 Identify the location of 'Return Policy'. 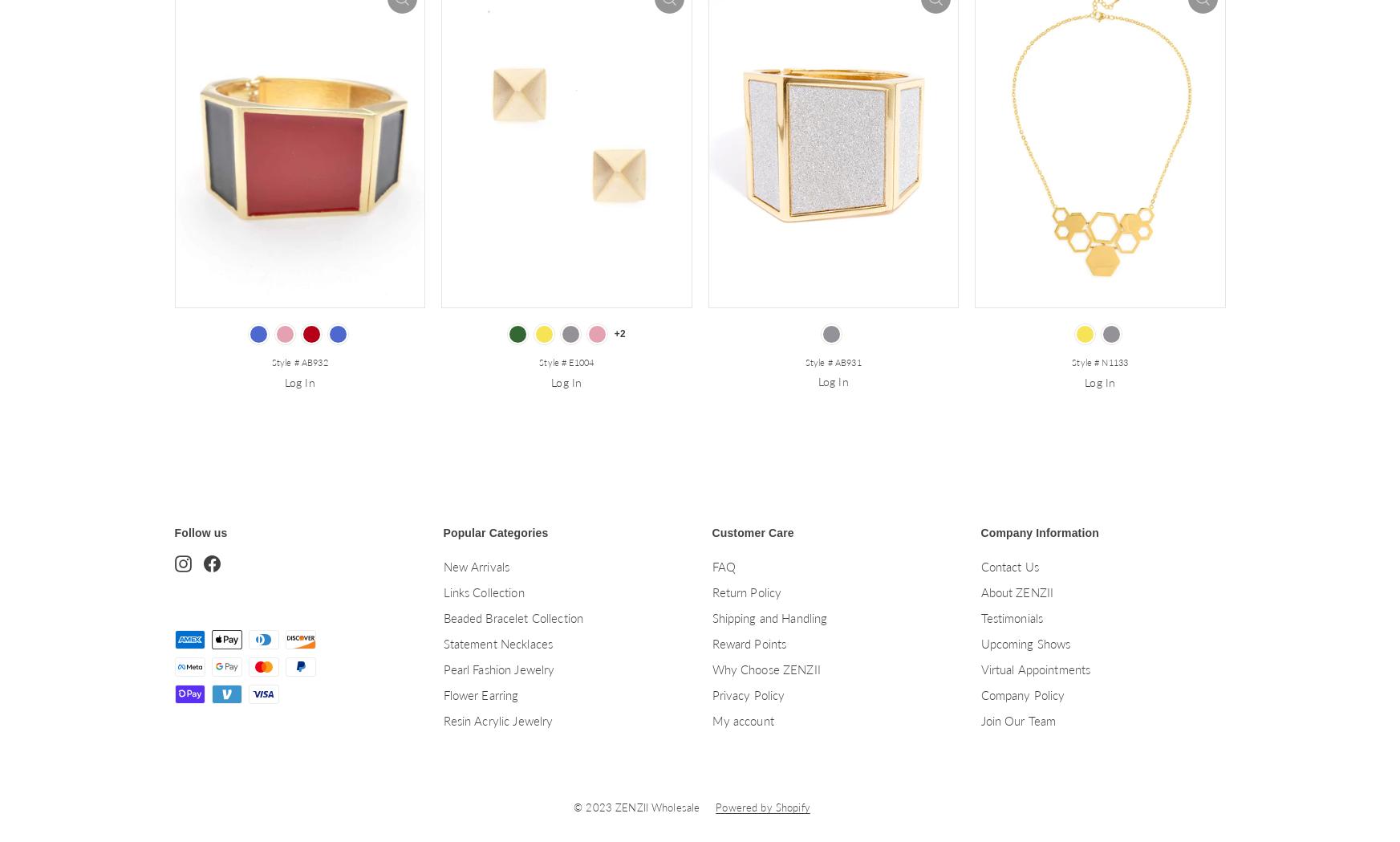
(746, 591).